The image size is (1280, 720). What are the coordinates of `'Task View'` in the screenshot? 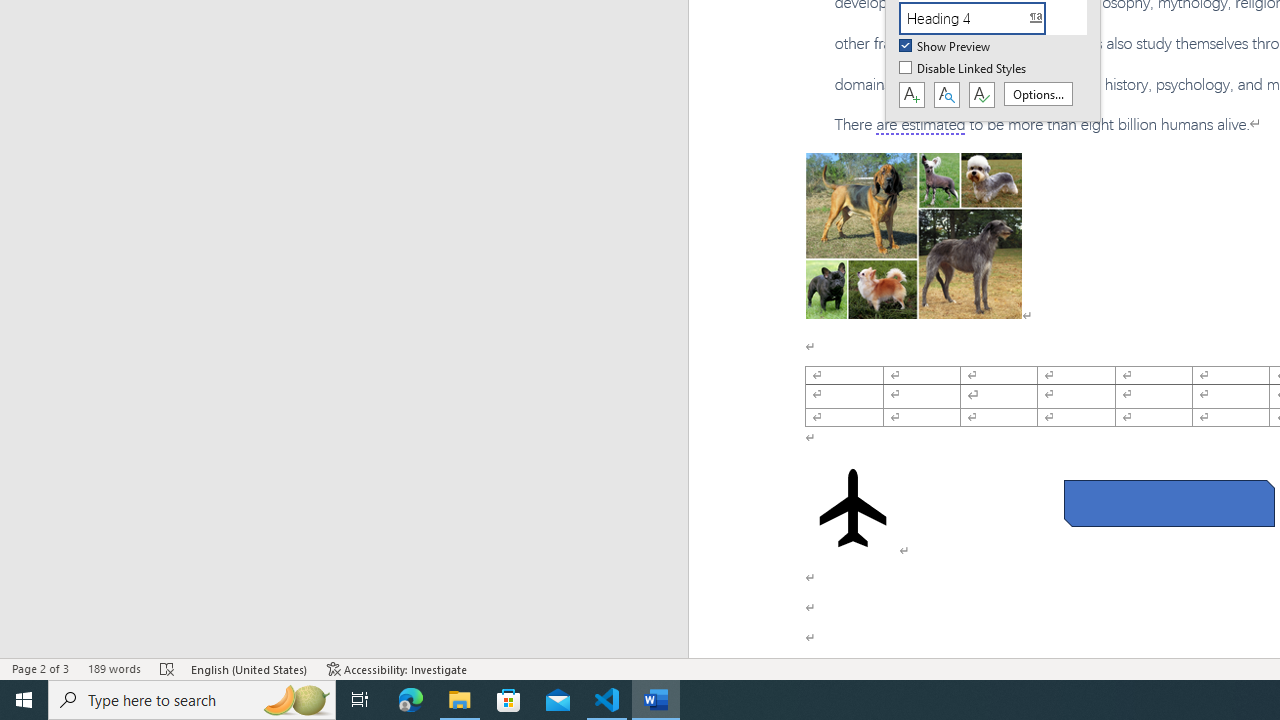 It's located at (359, 698).